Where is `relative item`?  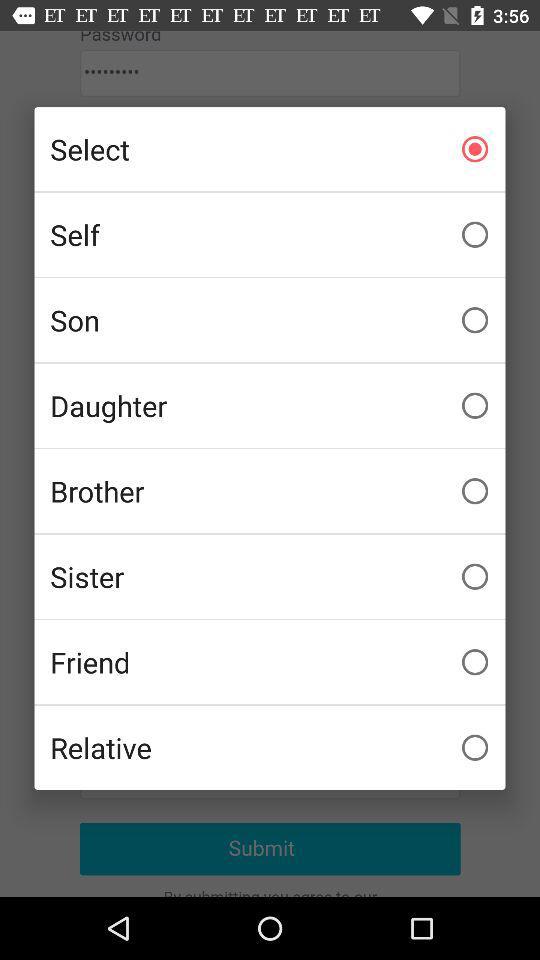
relative item is located at coordinates (270, 746).